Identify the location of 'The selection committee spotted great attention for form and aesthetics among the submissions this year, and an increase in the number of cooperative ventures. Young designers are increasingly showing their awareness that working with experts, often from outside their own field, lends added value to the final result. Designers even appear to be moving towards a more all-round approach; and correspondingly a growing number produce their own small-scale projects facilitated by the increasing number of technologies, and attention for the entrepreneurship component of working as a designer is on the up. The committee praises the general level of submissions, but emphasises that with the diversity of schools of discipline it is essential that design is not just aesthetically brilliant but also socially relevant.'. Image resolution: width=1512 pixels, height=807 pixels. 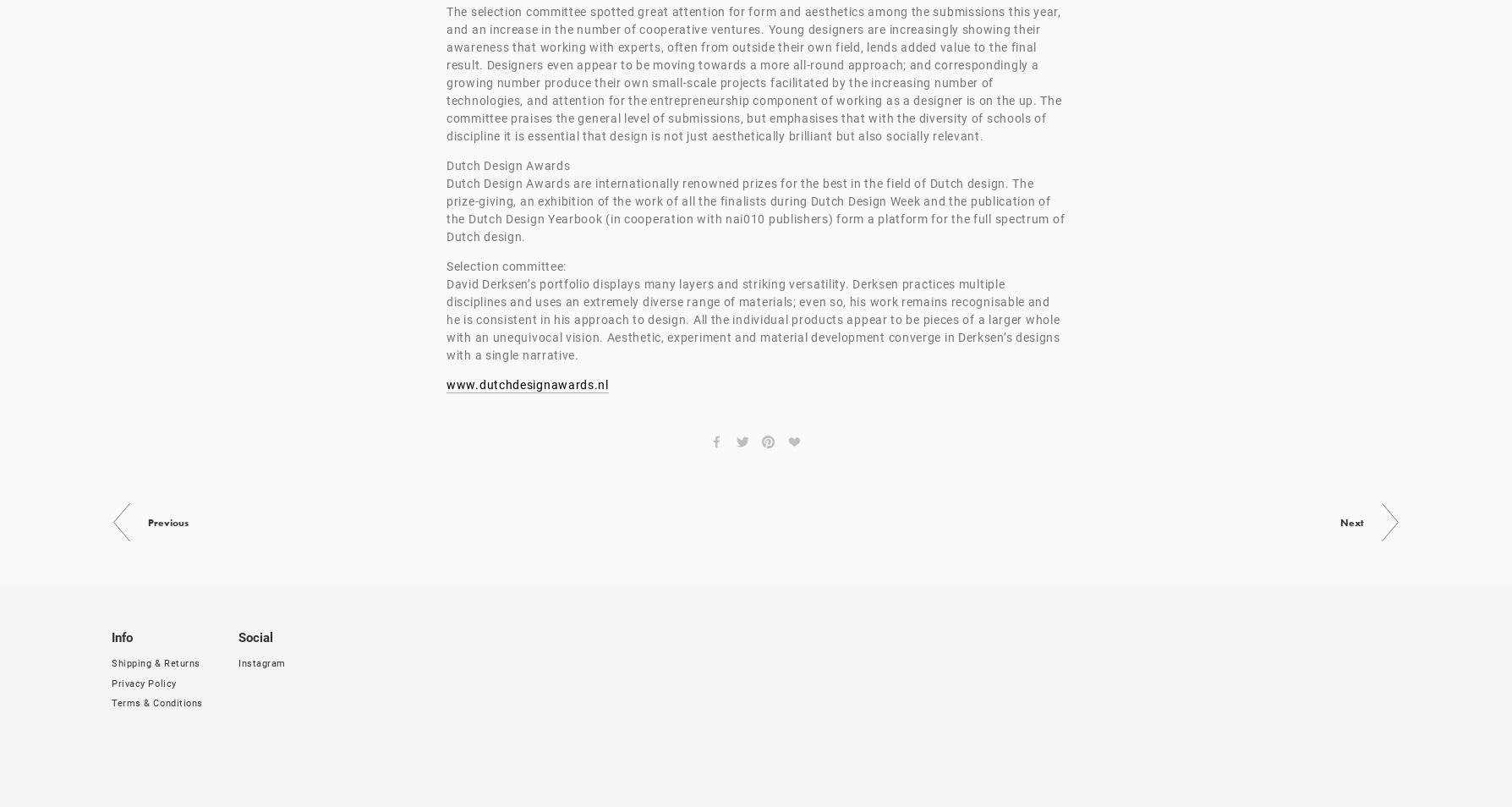
(754, 73).